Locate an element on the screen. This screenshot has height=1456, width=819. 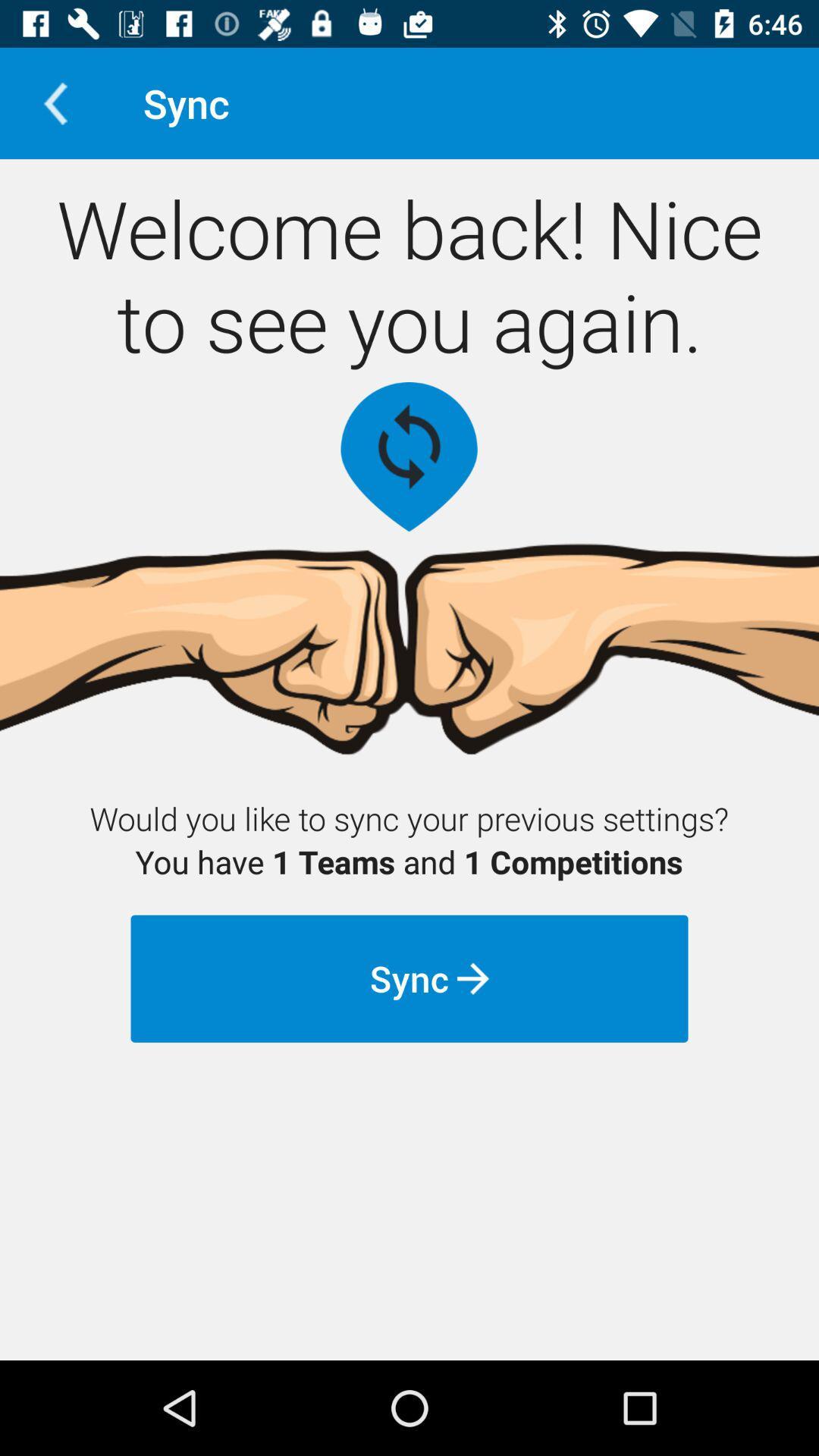
icon to the left of sync is located at coordinates (55, 102).